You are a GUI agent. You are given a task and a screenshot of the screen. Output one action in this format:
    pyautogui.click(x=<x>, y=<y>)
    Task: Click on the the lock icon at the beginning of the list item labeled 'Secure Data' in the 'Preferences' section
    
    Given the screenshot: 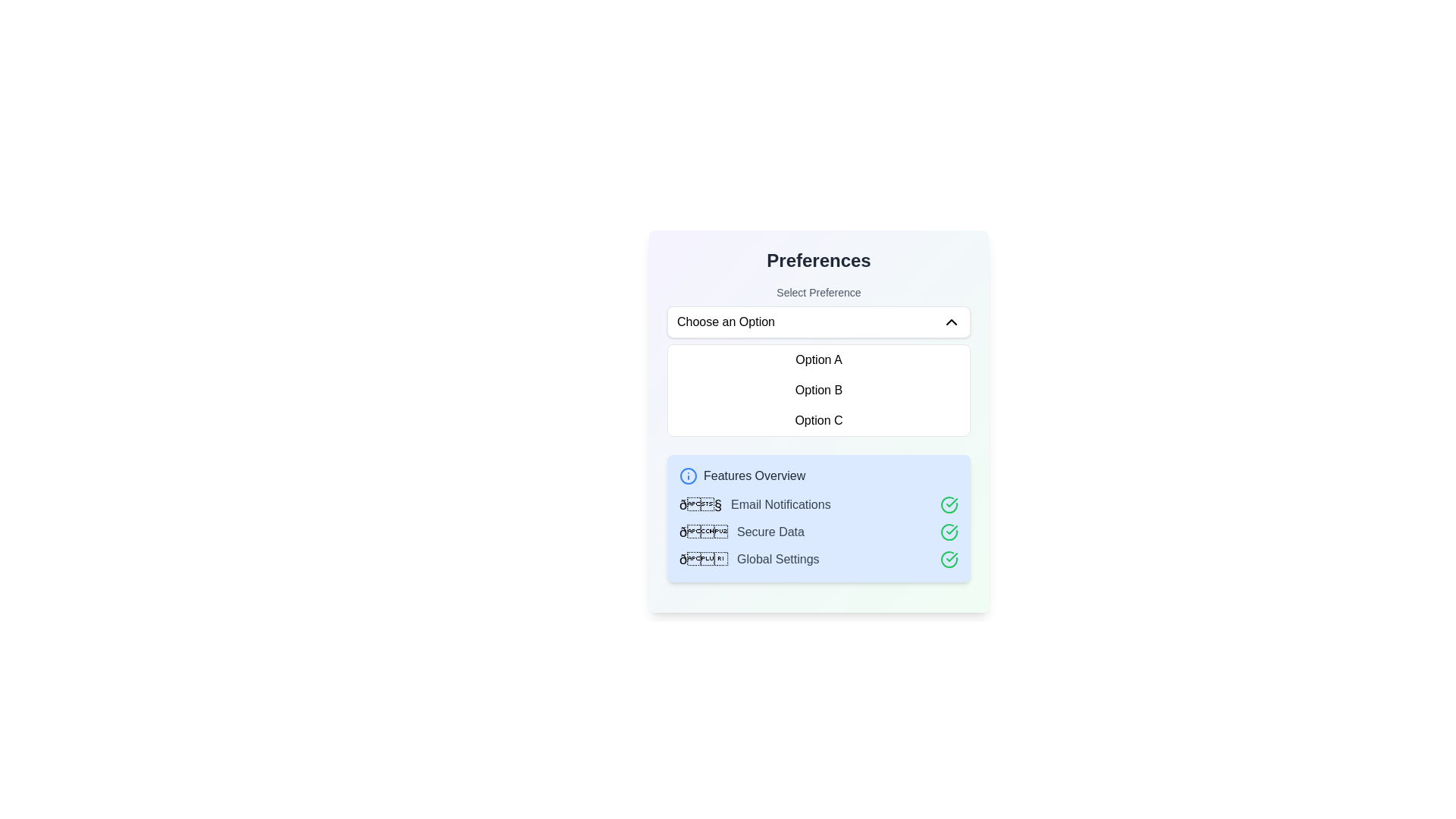 What is the action you would take?
    pyautogui.click(x=702, y=532)
    